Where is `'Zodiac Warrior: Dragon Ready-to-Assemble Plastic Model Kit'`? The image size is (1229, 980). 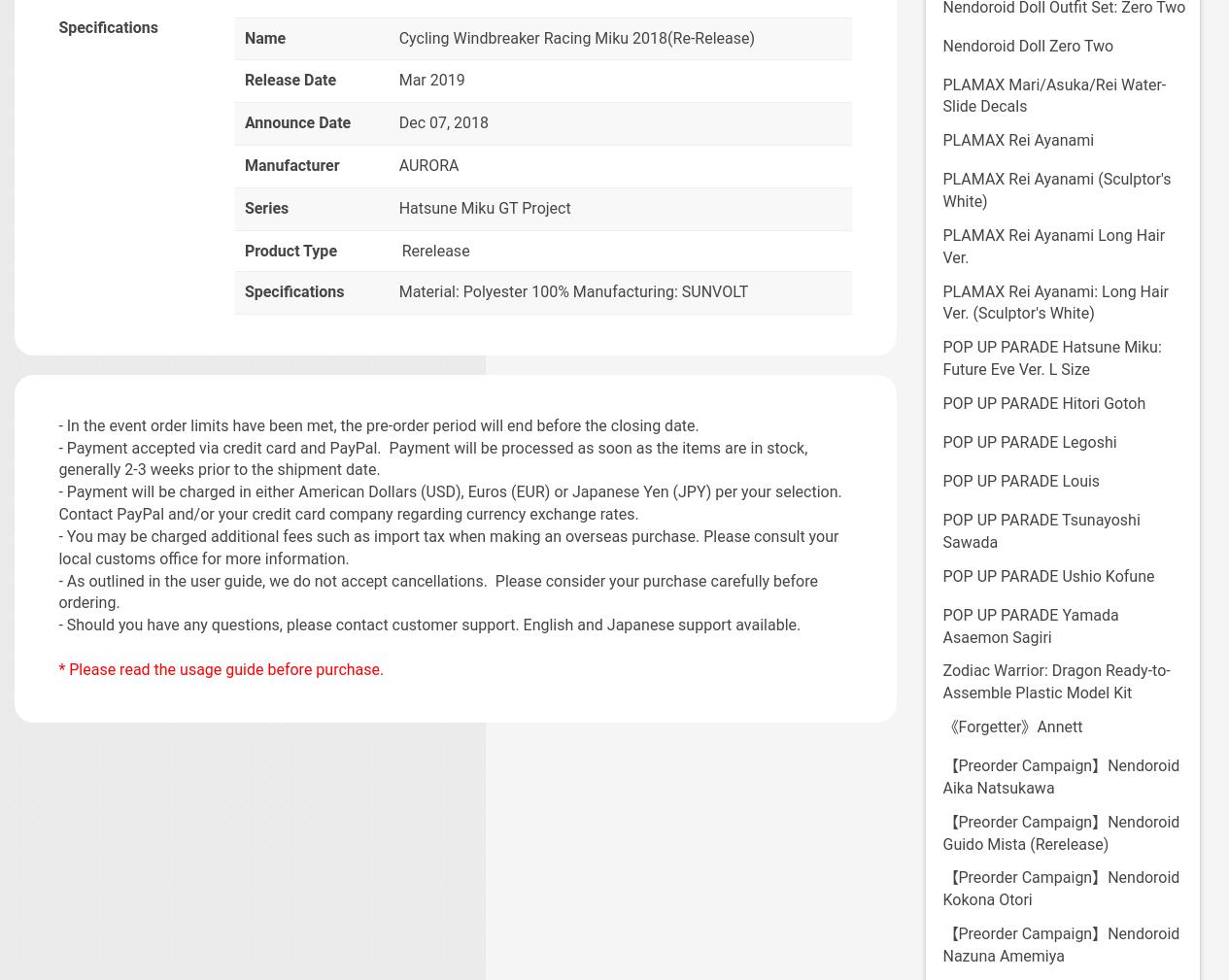 'Zodiac Warrior: Dragon Ready-to-Assemble Plastic Model Kit' is located at coordinates (942, 681).